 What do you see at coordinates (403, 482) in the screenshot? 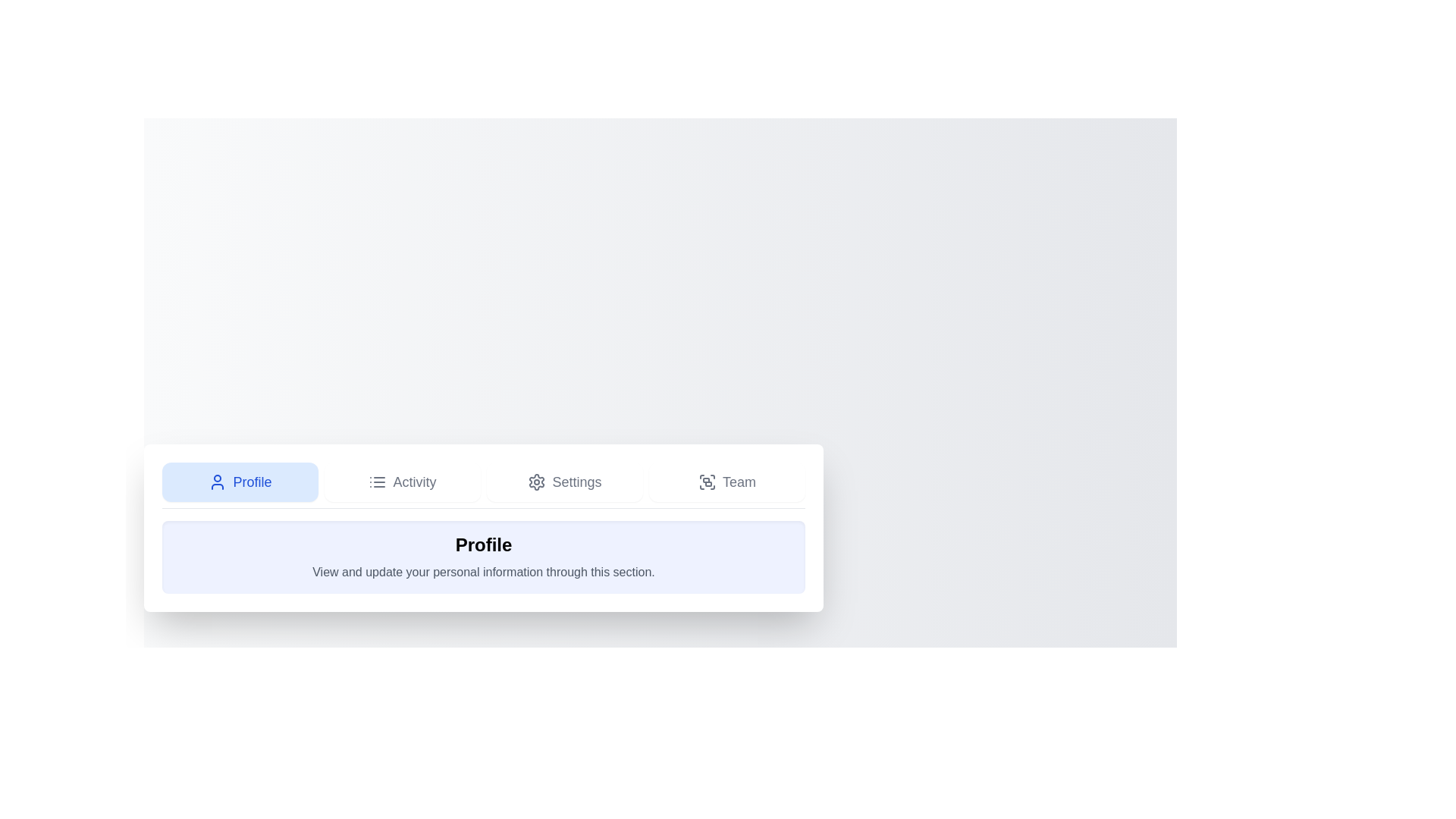
I see `the tab labeled Activity to observe its hover effect` at bounding box center [403, 482].